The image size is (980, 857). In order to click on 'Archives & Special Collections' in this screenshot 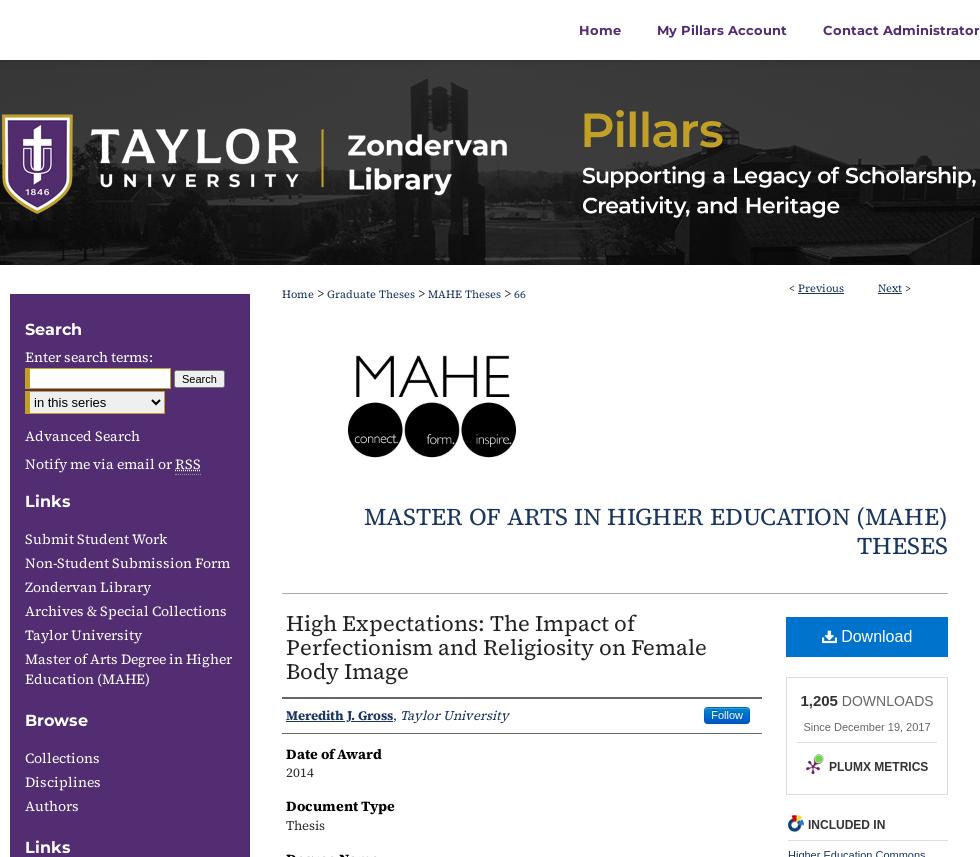, I will do `click(24, 610)`.